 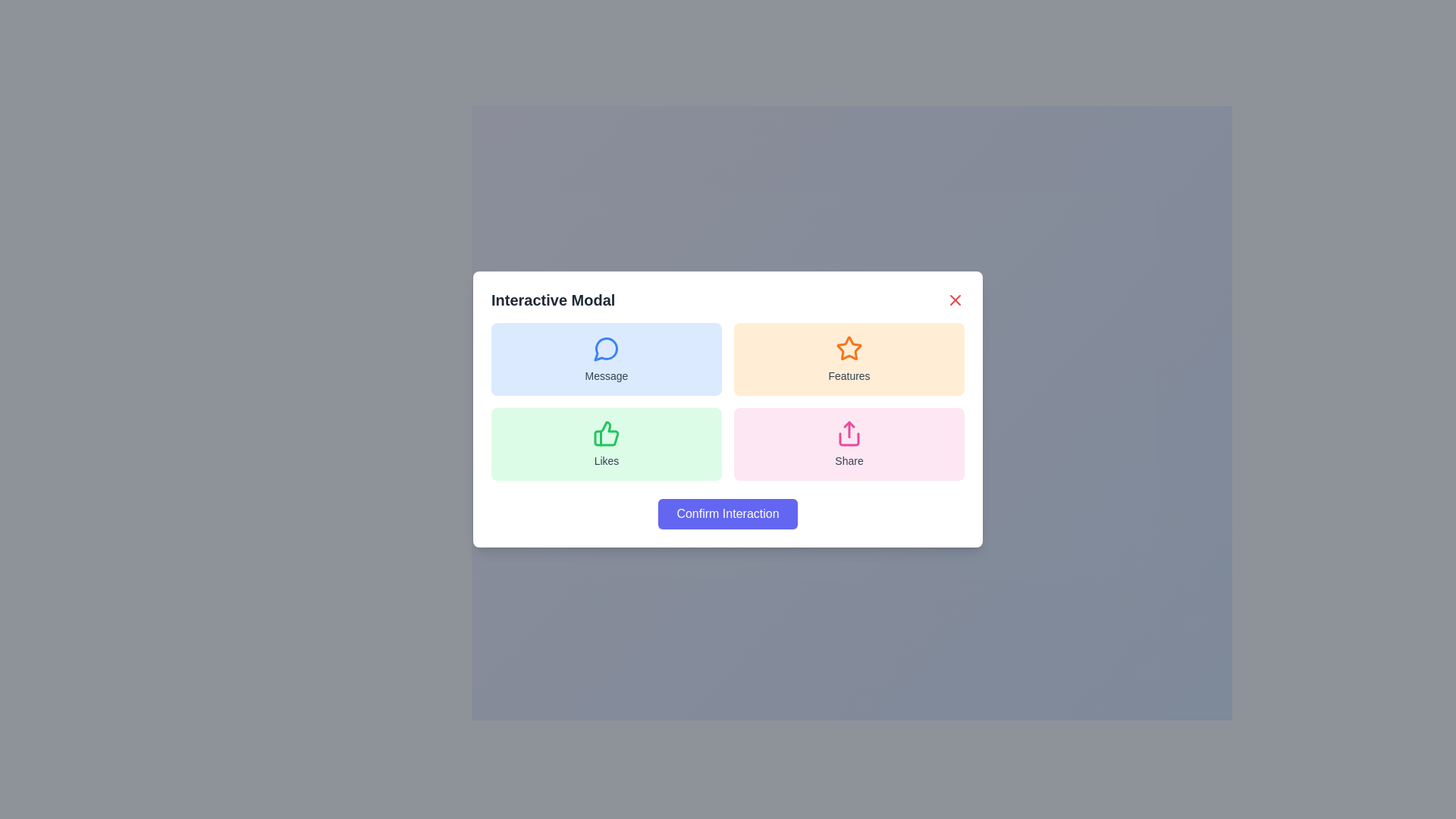 What do you see at coordinates (607, 444) in the screenshot?
I see `the informational block displaying status related to 'Likes', located below the blue 'Message' item and to the left of the pink 'Share' item` at bounding box center [607, 444].